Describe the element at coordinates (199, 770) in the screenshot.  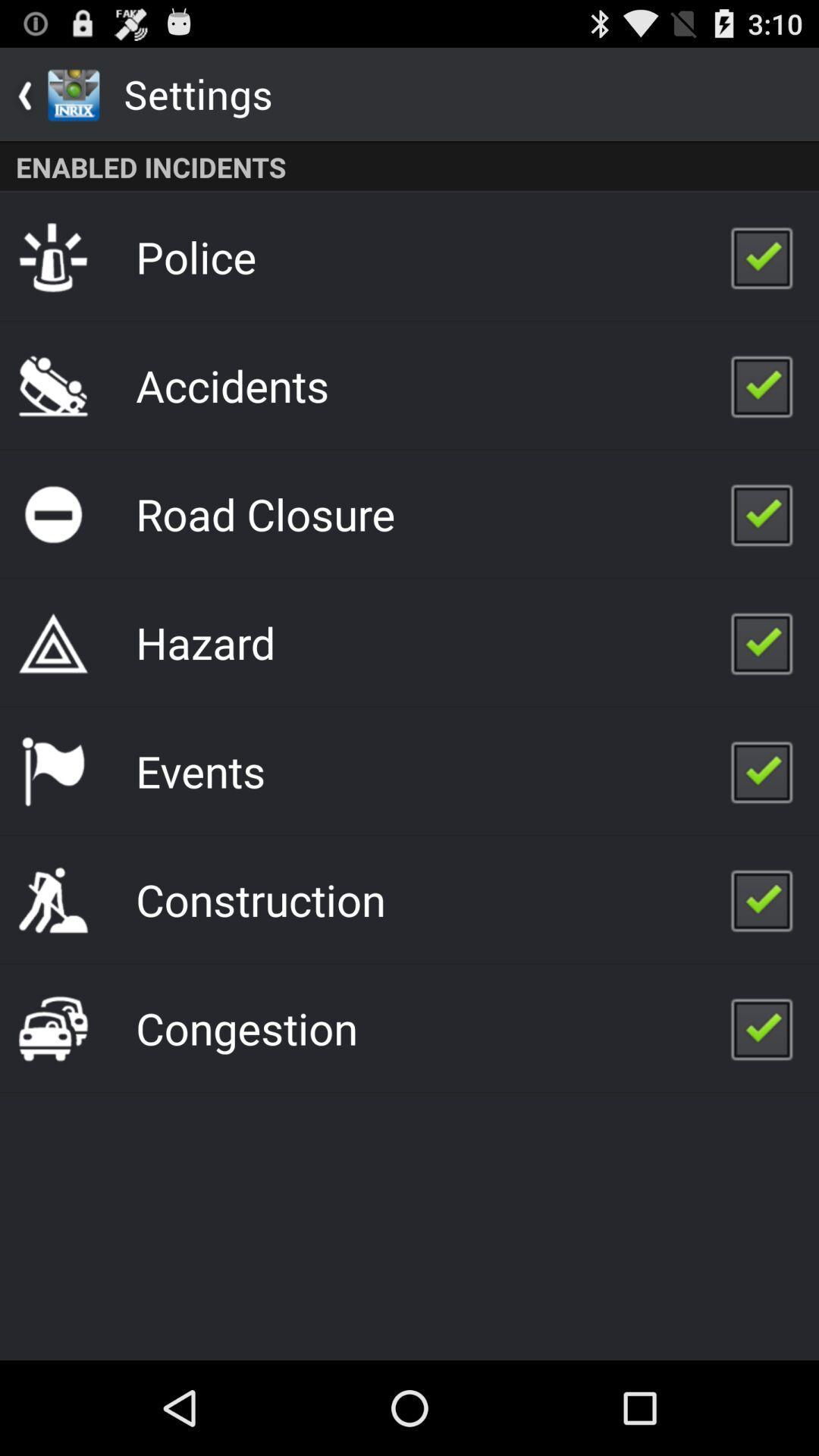
I see `the item above construction` at that location.